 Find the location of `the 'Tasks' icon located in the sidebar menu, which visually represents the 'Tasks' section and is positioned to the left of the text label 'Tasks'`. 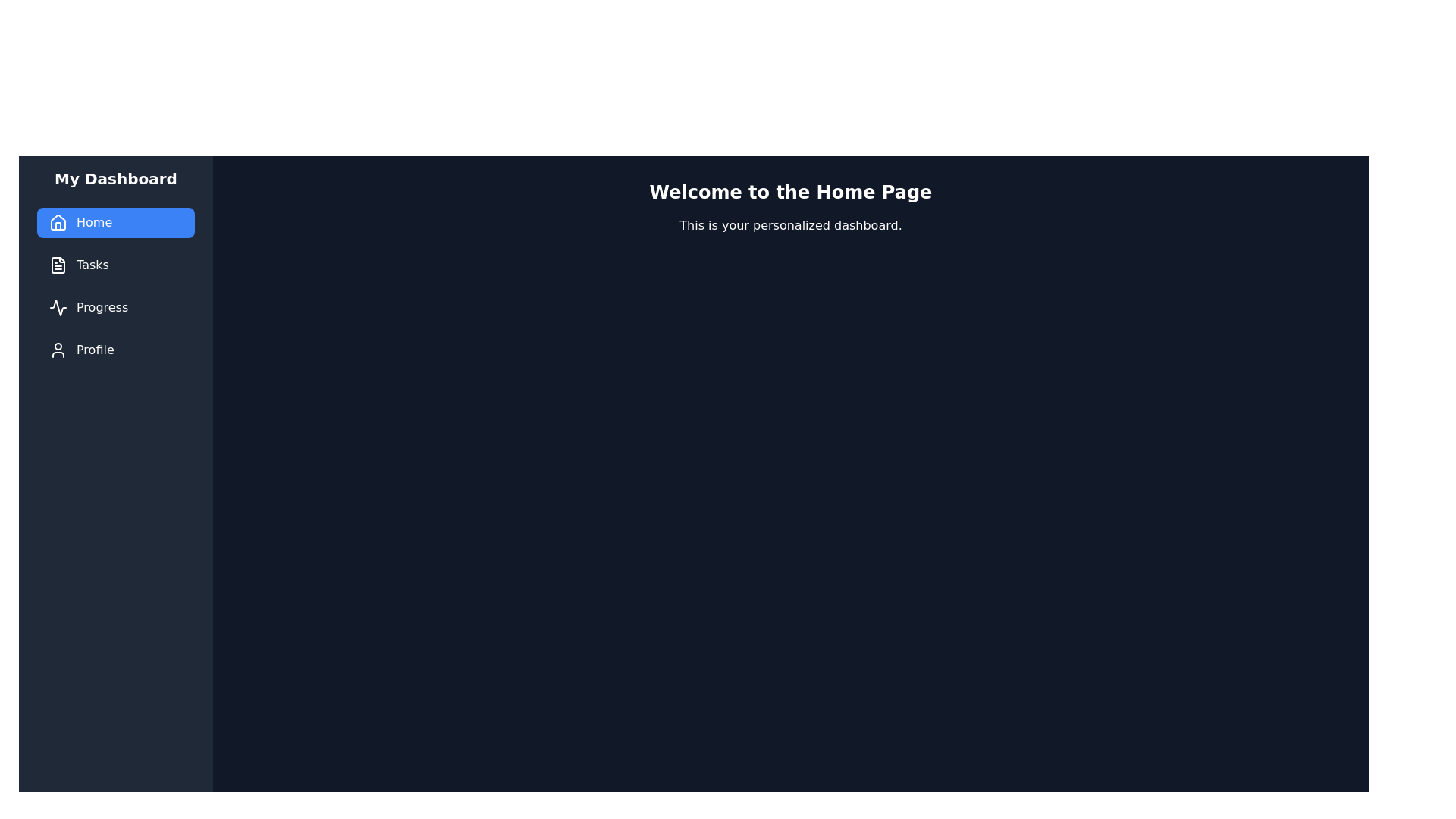

the 'Tasks' icon located in the sidebar menu, which visually represents the 'Tasks' section and is positioned to the left of the text label 'Tasks' is located at coordinates (58, 265).